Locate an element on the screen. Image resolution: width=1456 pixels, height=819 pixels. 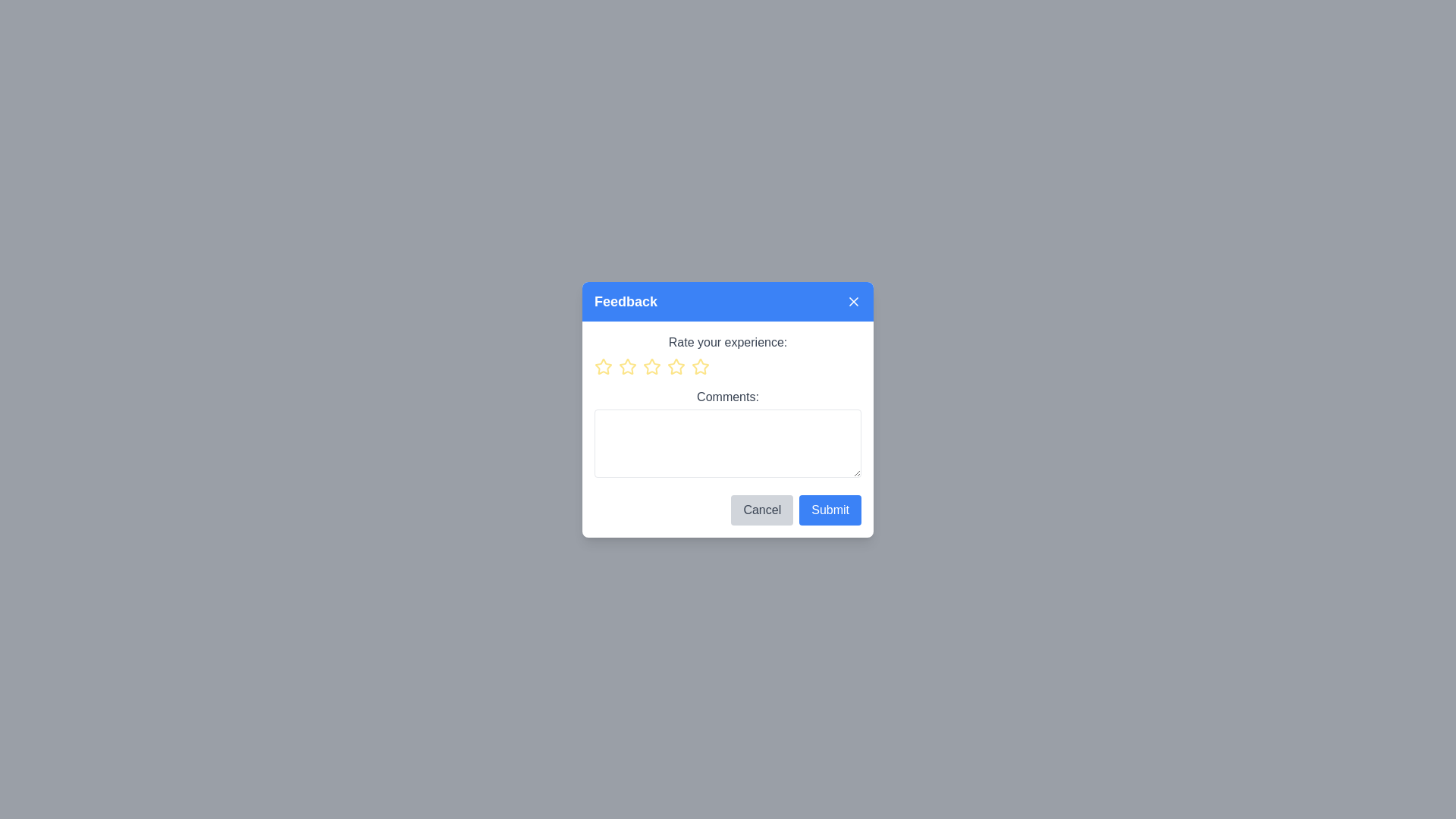
the central star icon in the rating system to trigger the tooltip or visual highlight is located at coordinates (676, 366).